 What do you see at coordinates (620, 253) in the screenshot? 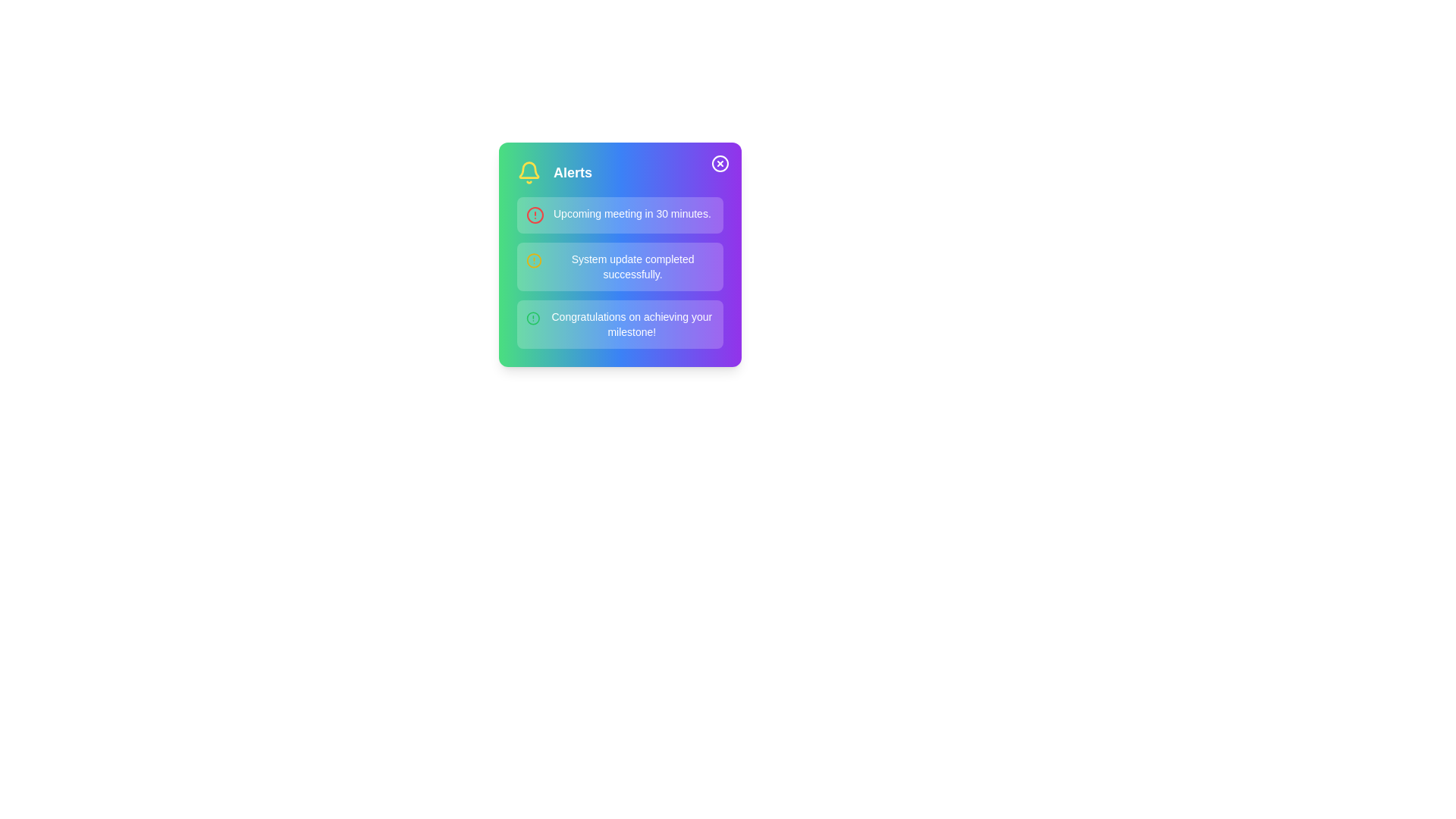
I see `the notification displayed in the second list item of the organized alerts, represented by the Text Block with Icon` at bounding box center [620, 253].